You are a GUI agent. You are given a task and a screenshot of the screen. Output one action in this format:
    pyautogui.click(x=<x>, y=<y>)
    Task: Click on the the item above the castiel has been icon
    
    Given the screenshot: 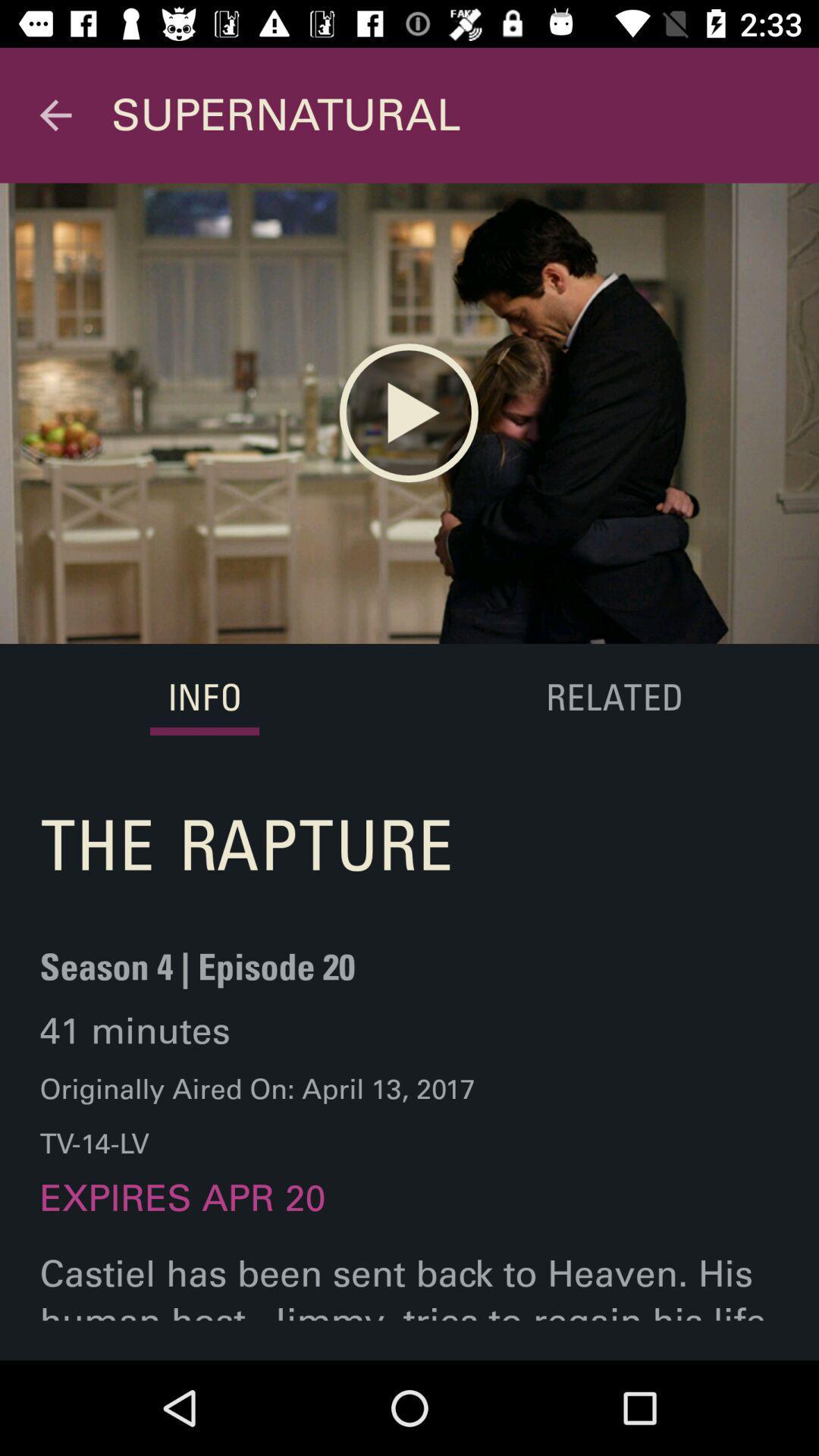 What is the action you would take?
    pyautogui.click(x=613, y=698)
    